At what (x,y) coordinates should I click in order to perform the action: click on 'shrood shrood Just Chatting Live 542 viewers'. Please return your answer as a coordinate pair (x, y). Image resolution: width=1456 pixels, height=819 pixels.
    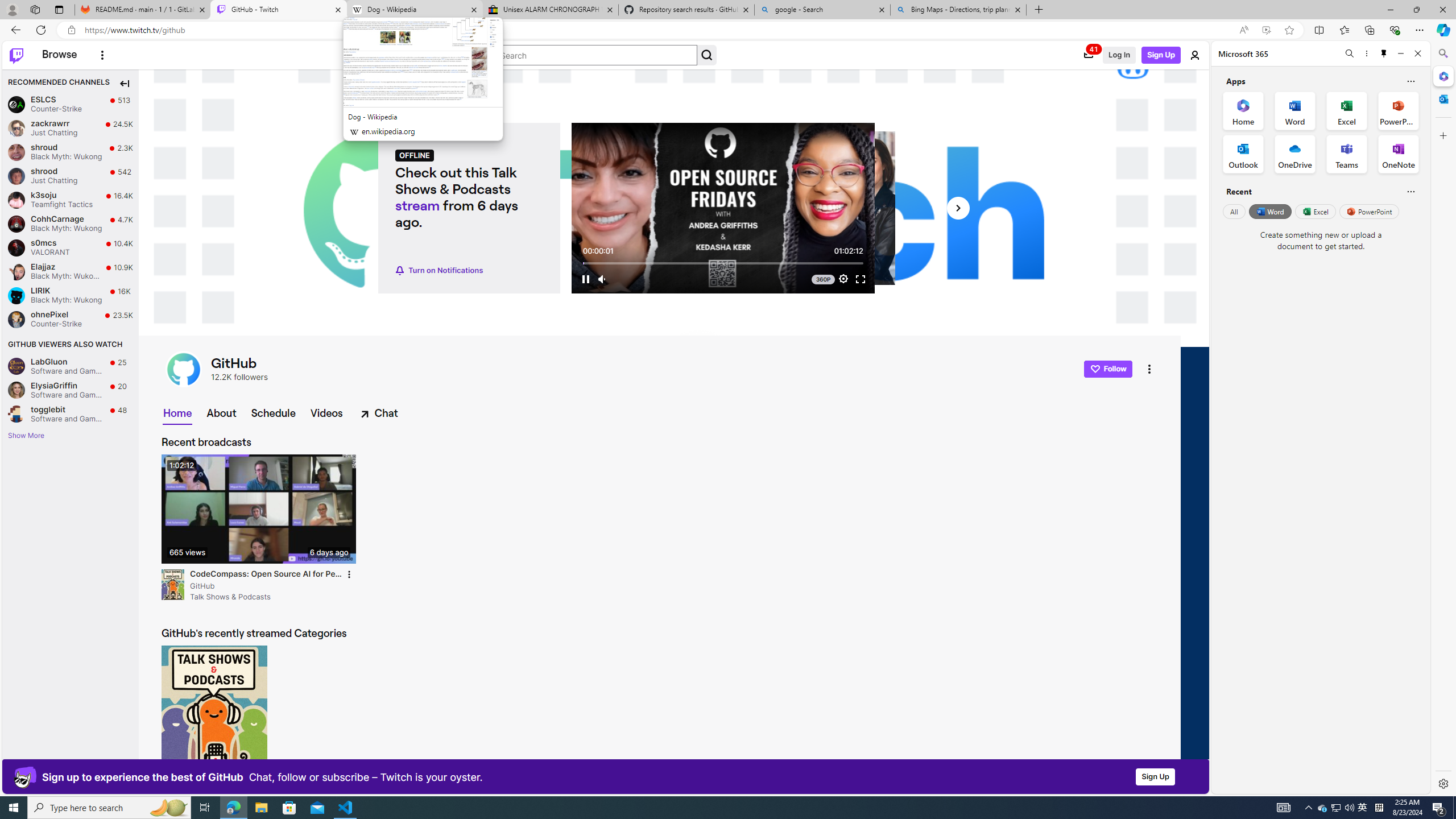
    Looking at the image, I should click on (70, 176).